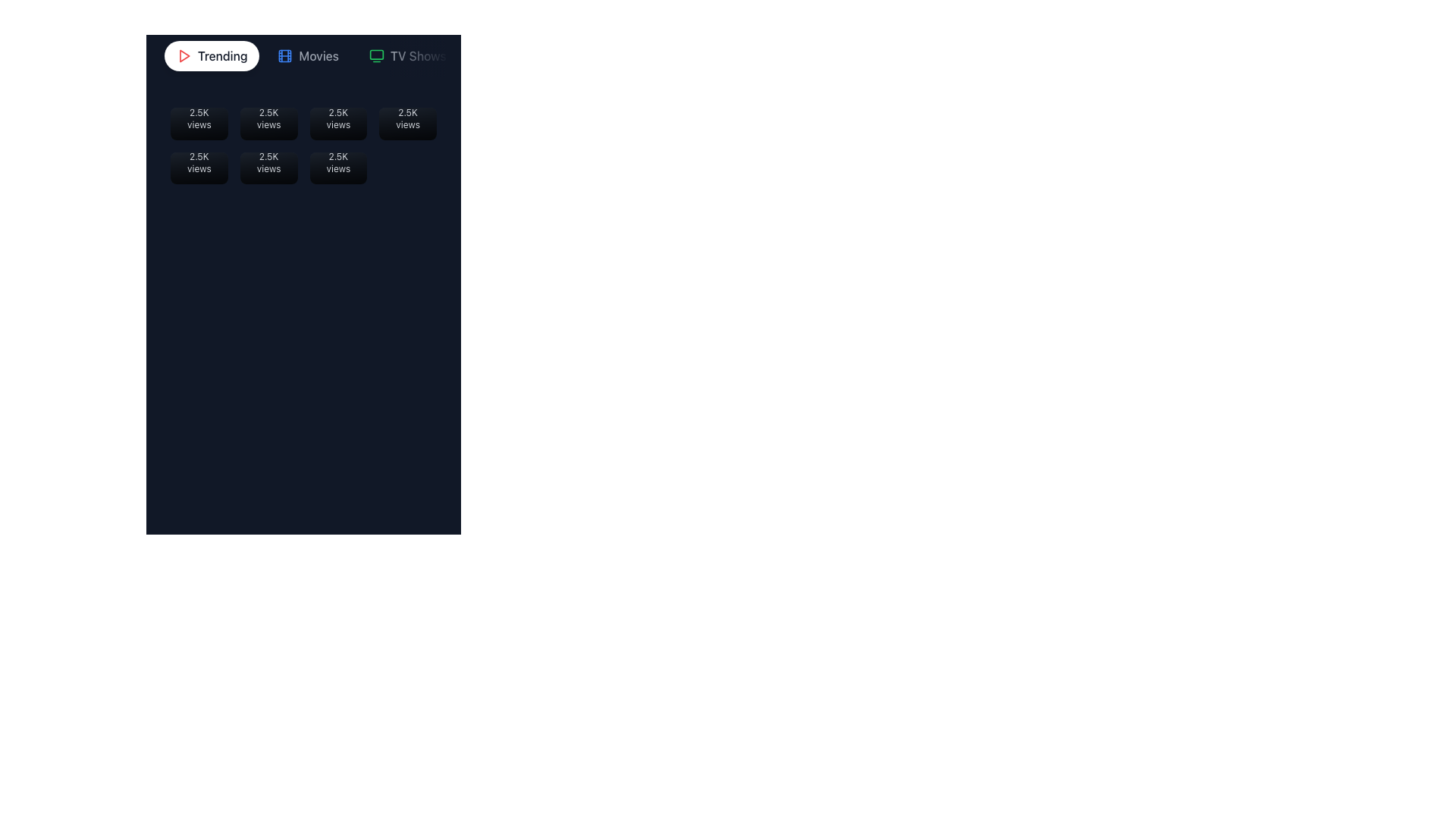  I want to click on the static label displaying 'Movies' in the navigation menu, located between the 'Trending' icon and the 'TV Shows' menu item, so click(318, 55).